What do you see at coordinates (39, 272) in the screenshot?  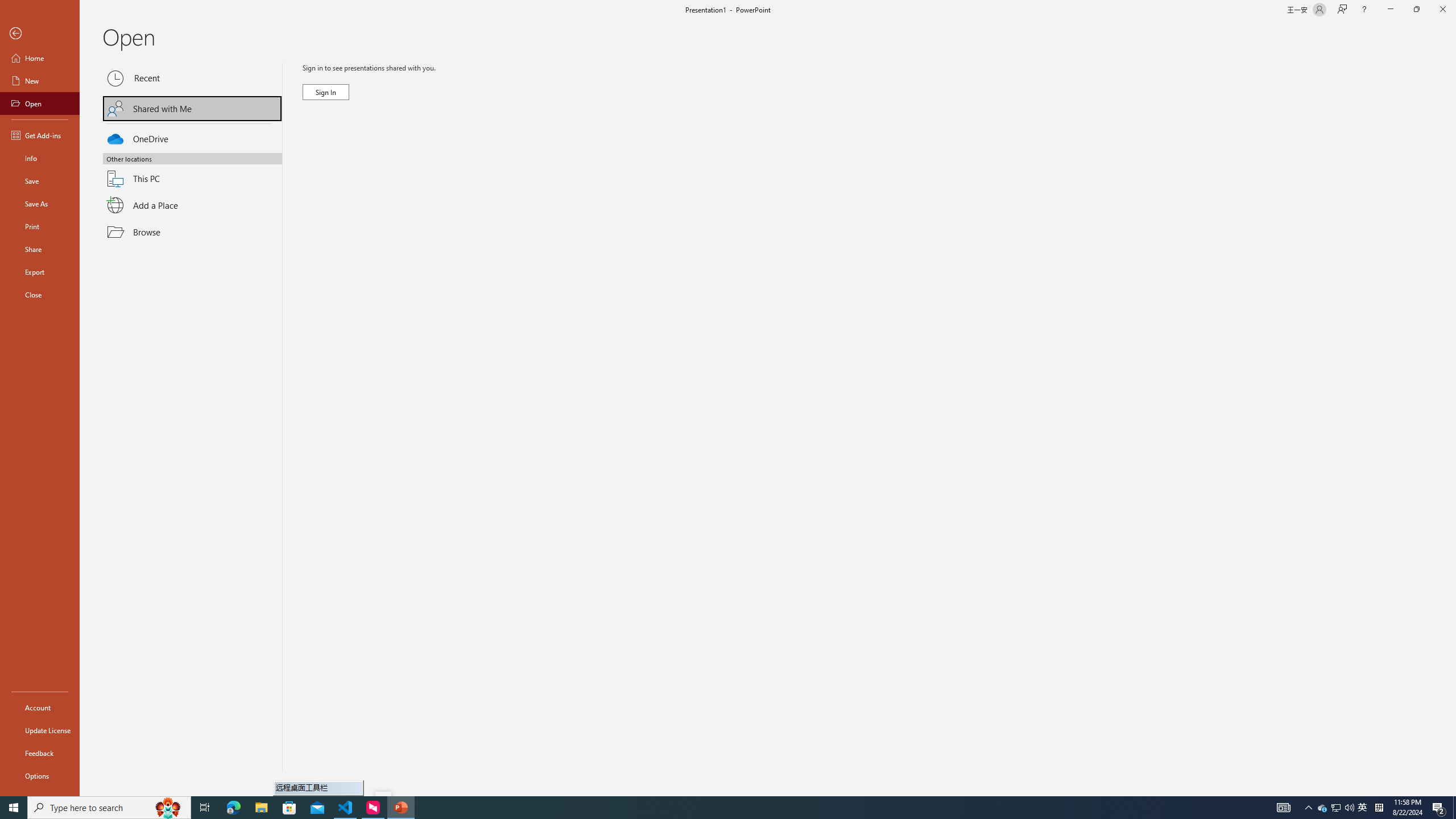 I see `'Export'` at bounding box center [39, 272].